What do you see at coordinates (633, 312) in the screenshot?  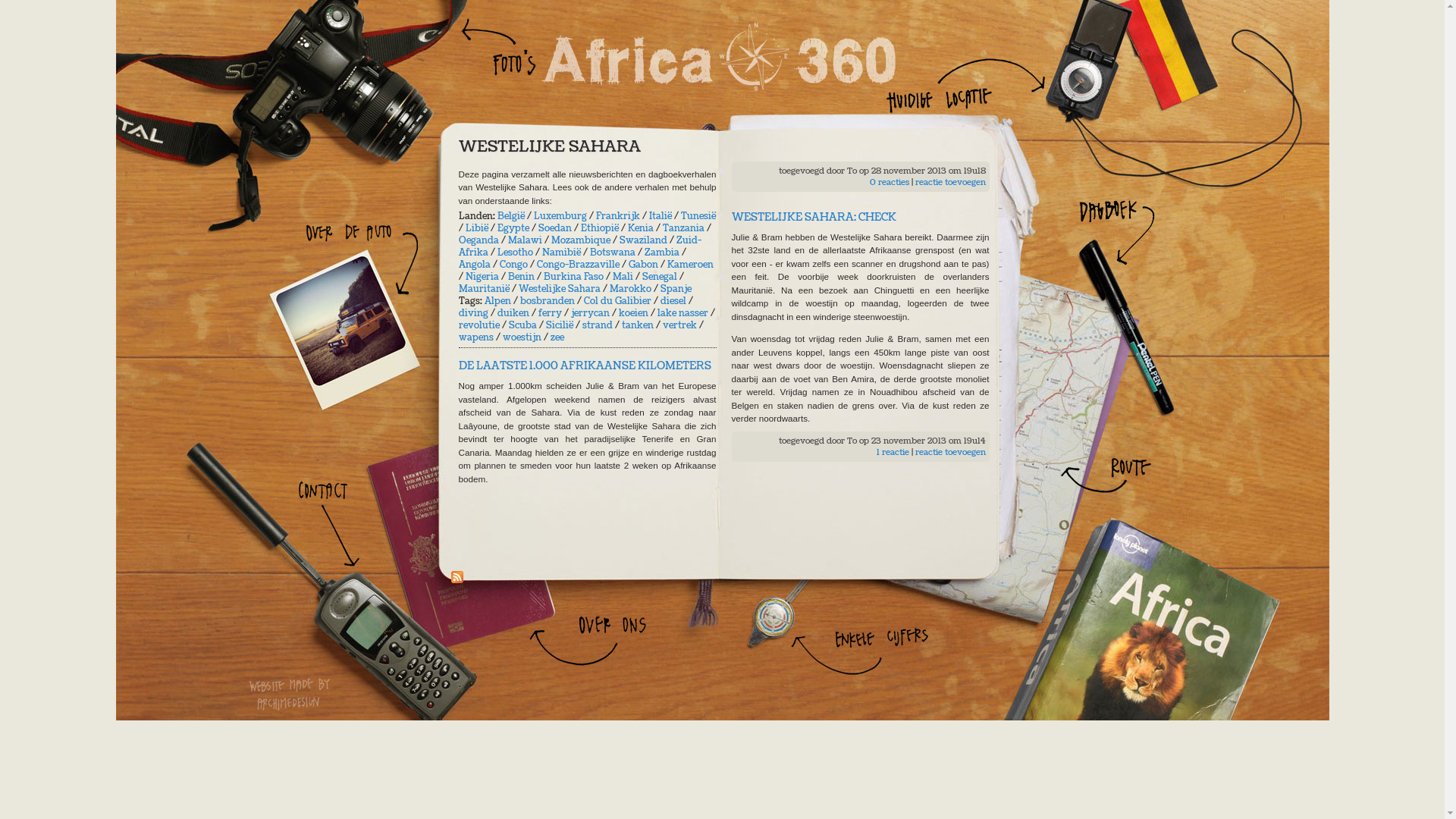 I see `'koeien'` at bounding box center [633, 312].